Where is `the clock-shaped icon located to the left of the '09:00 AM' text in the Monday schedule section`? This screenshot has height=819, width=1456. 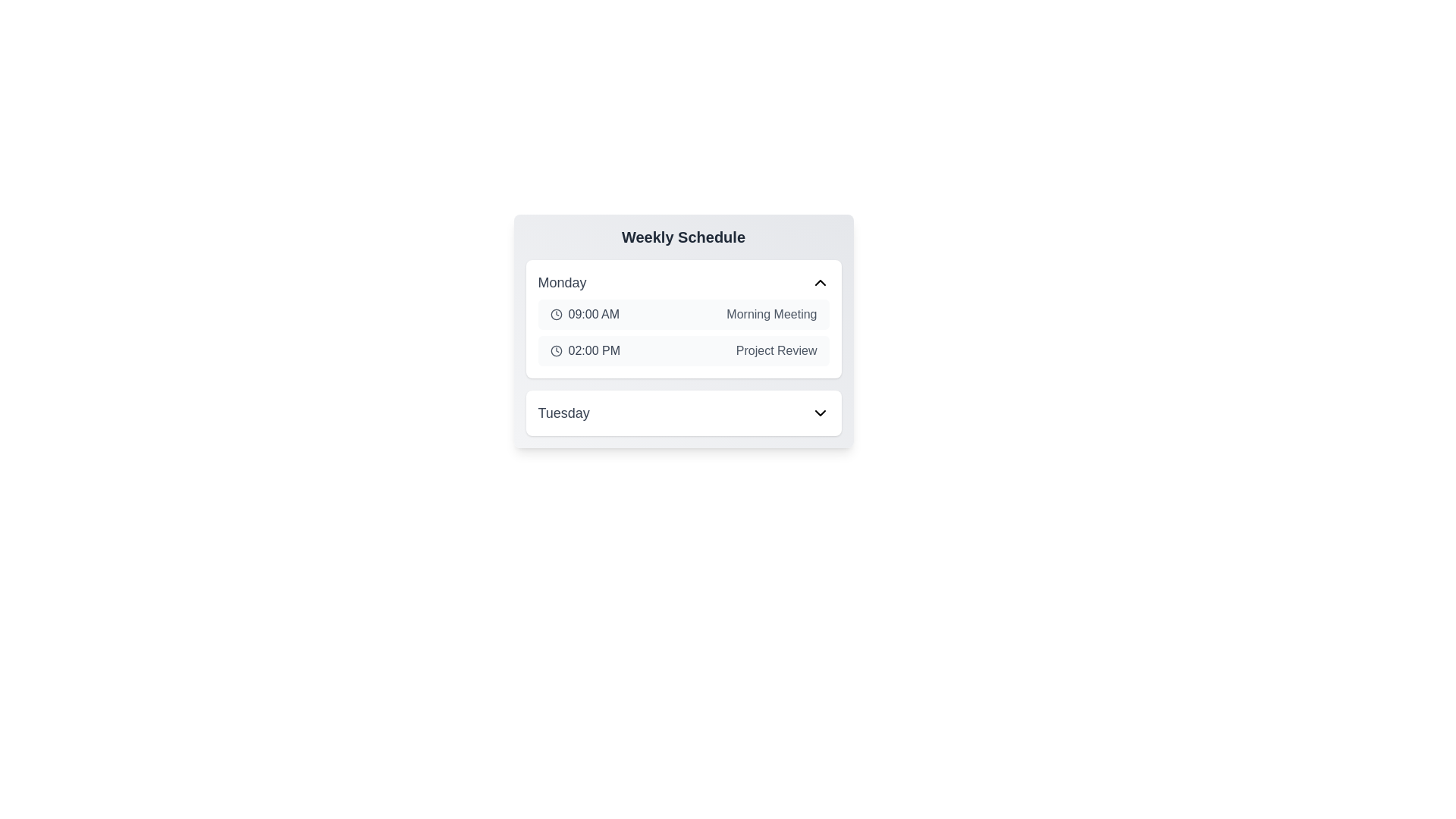 the clock-shaped icon located to the left of the '09:00 AM' text in the Monday schedule section is located at coordinates (555, 314).